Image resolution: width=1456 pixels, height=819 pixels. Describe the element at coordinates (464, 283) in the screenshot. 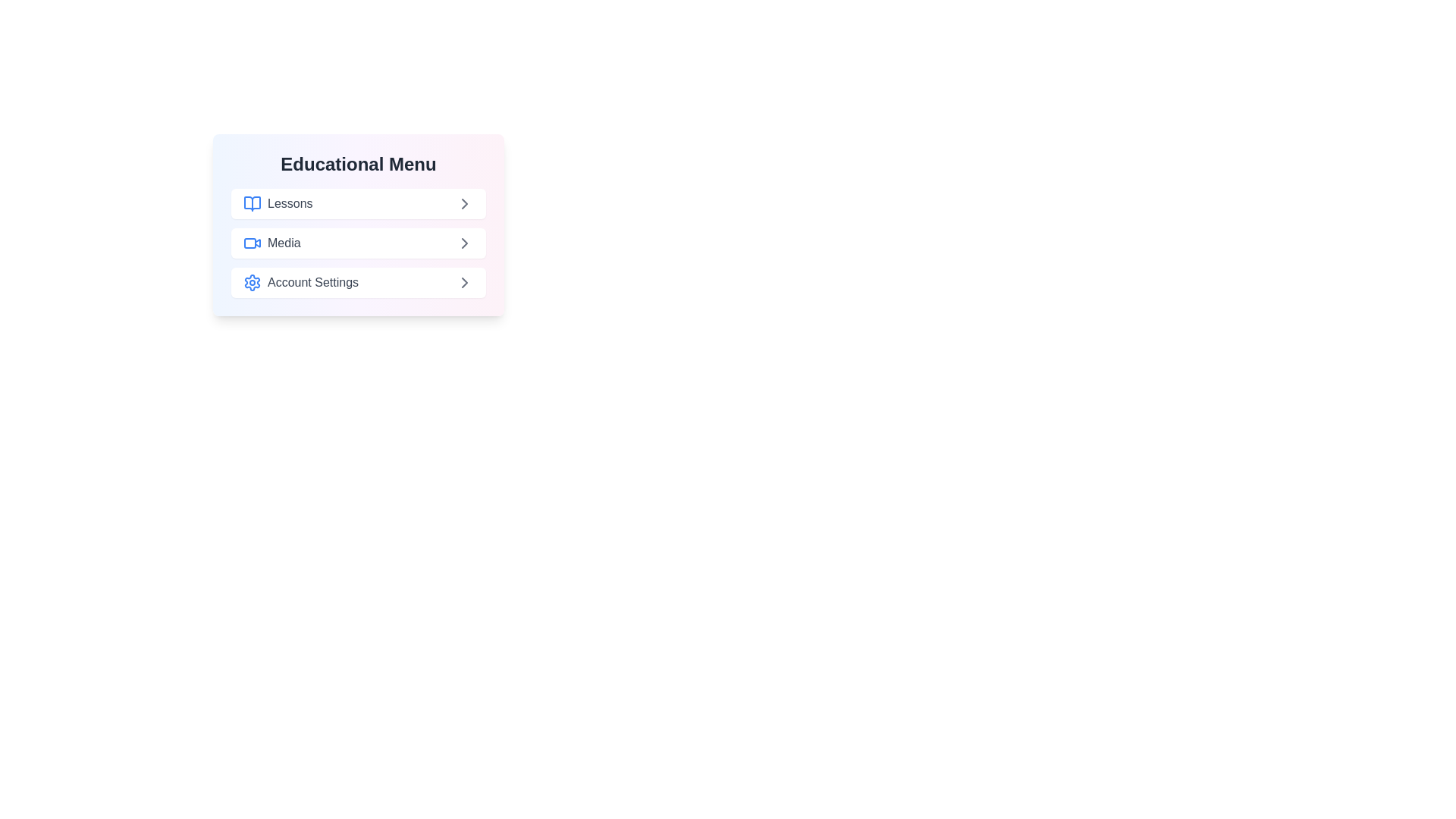

I see `the rightward-pointing chevron icon associated with the 'Account Settings' menu item` at that location.